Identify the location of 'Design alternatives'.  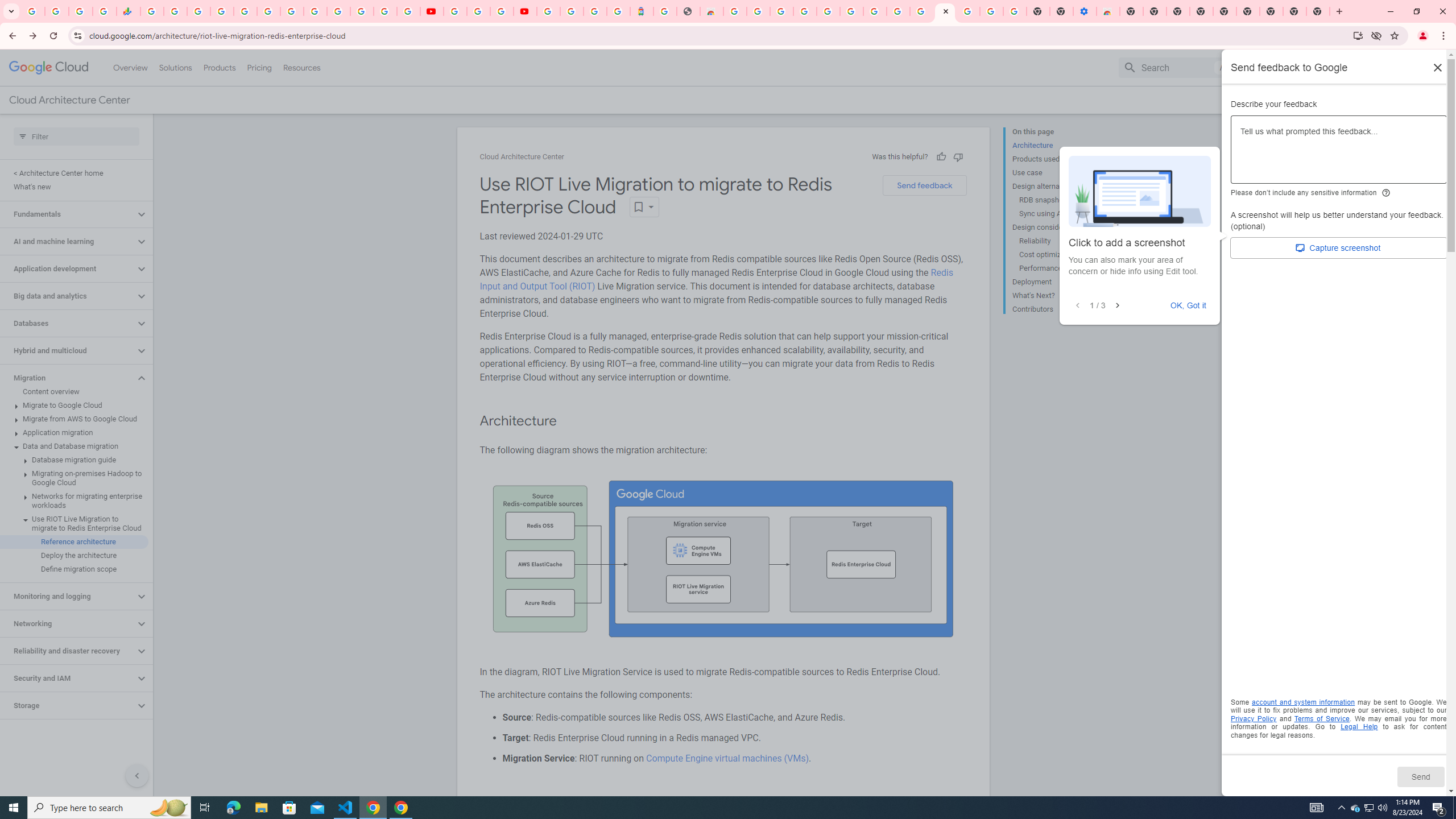
(1058, 185).